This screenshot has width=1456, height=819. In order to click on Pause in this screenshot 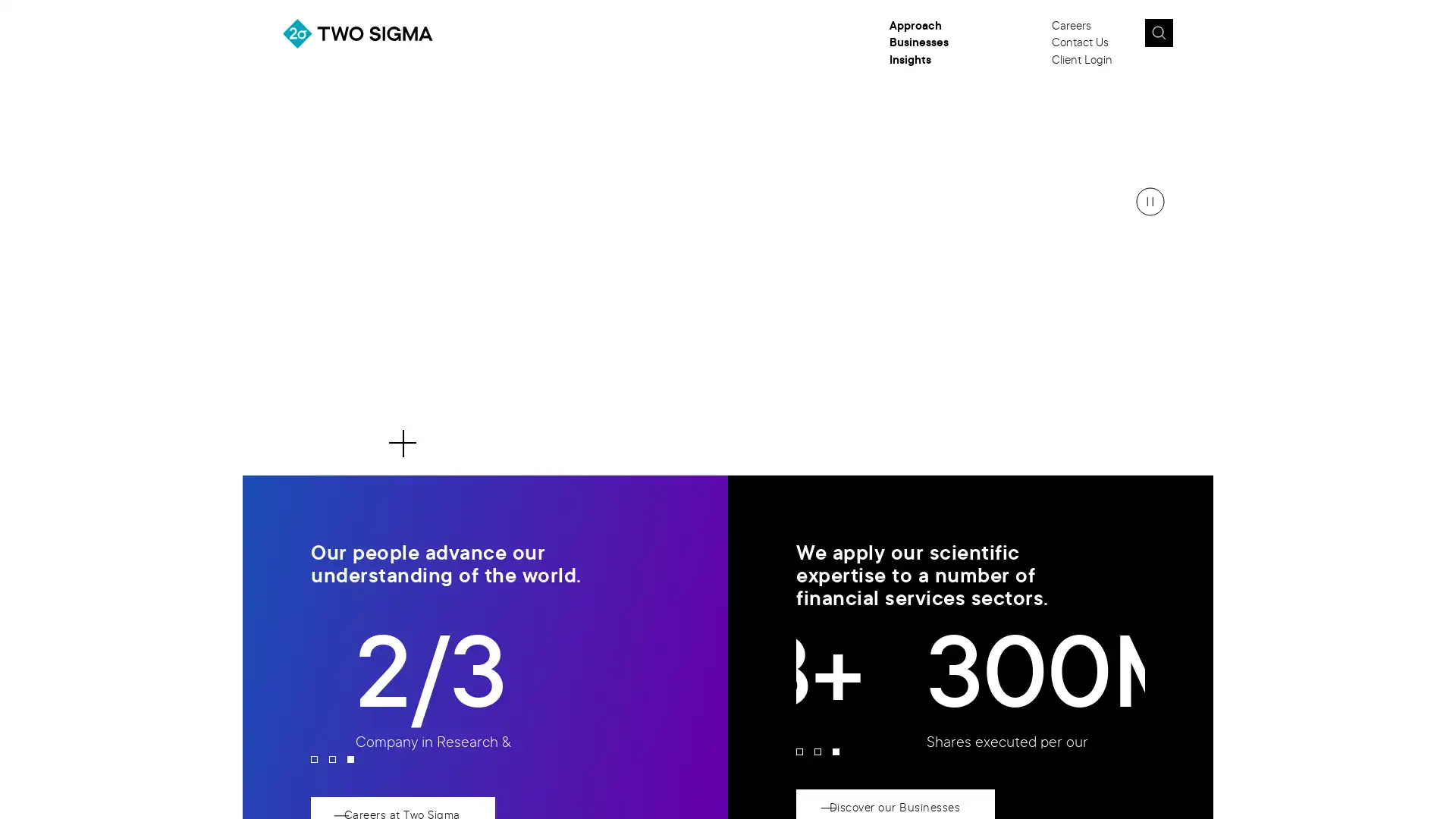, I will do `click(1150, 201)`.